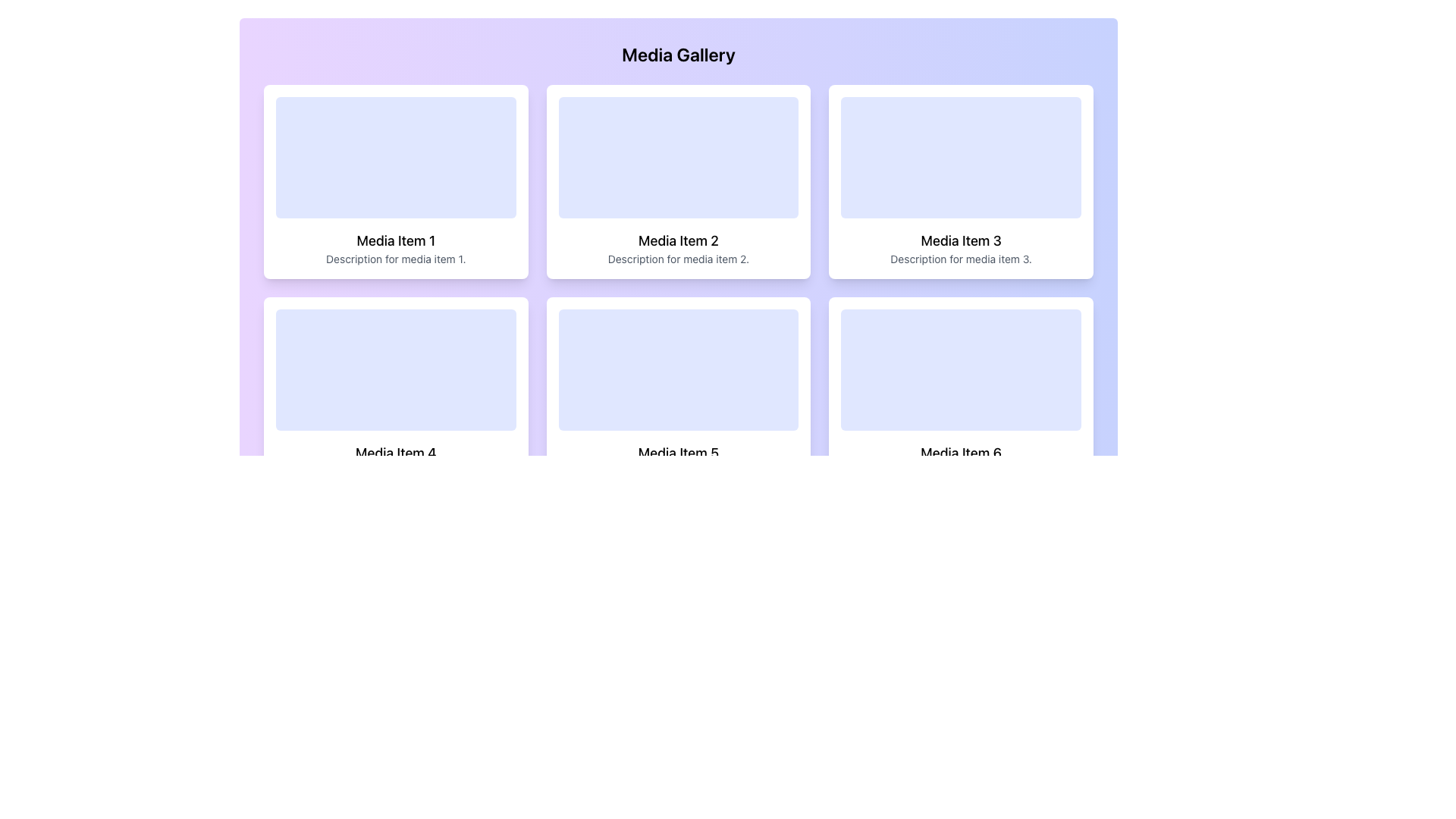 This screenshot has height=819, width=1456. I want to click on text displayed in the gray colored label that states 'Description for media item 3.' located directly below the 'Media Item 3' title in the third card of the media gallery, so click(960, 259).